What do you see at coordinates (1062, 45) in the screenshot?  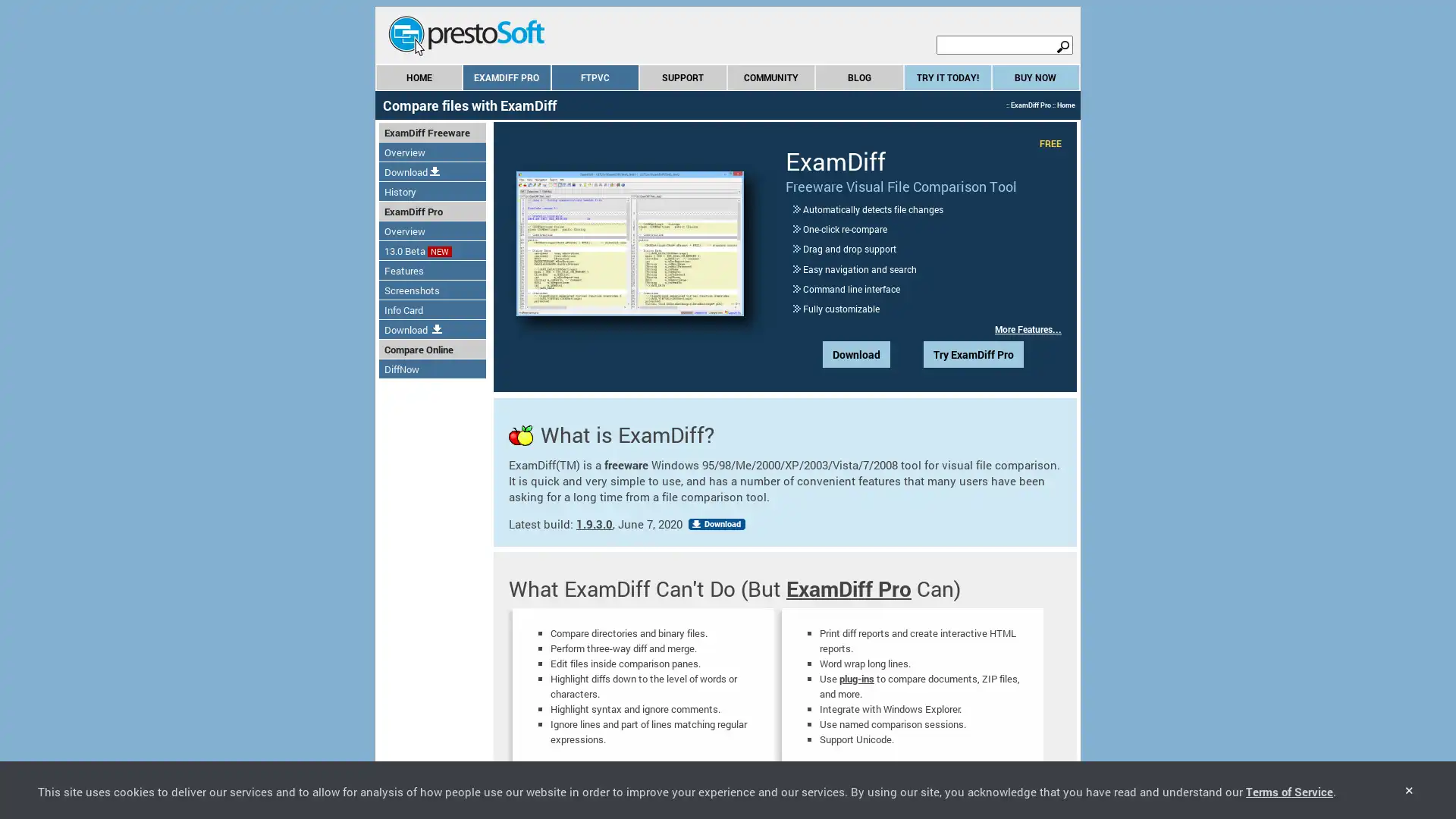 I see `search` at bounding box center [1062, 45].